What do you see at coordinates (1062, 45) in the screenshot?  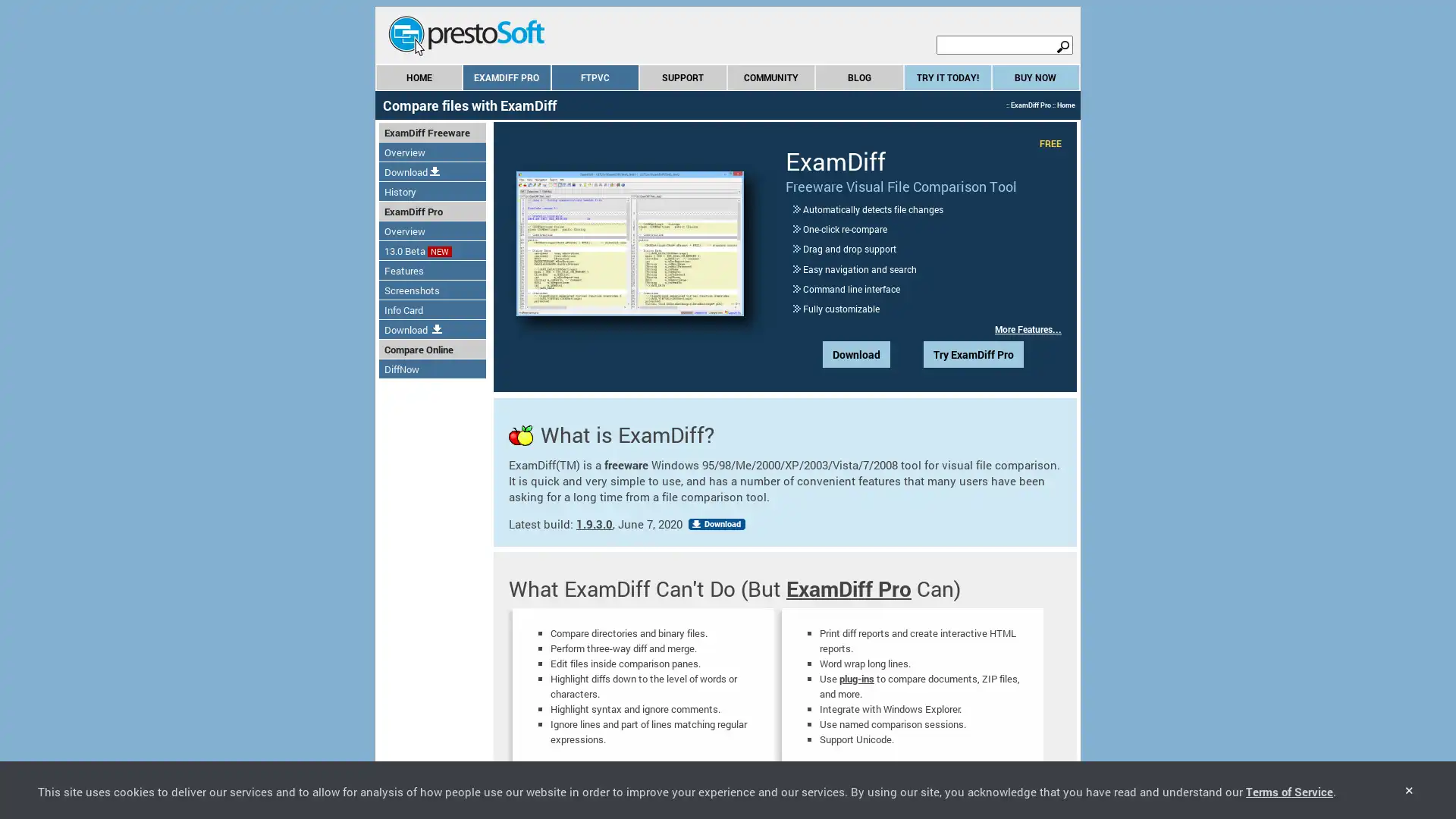 I see `search` at bounding box center [1062, 45].